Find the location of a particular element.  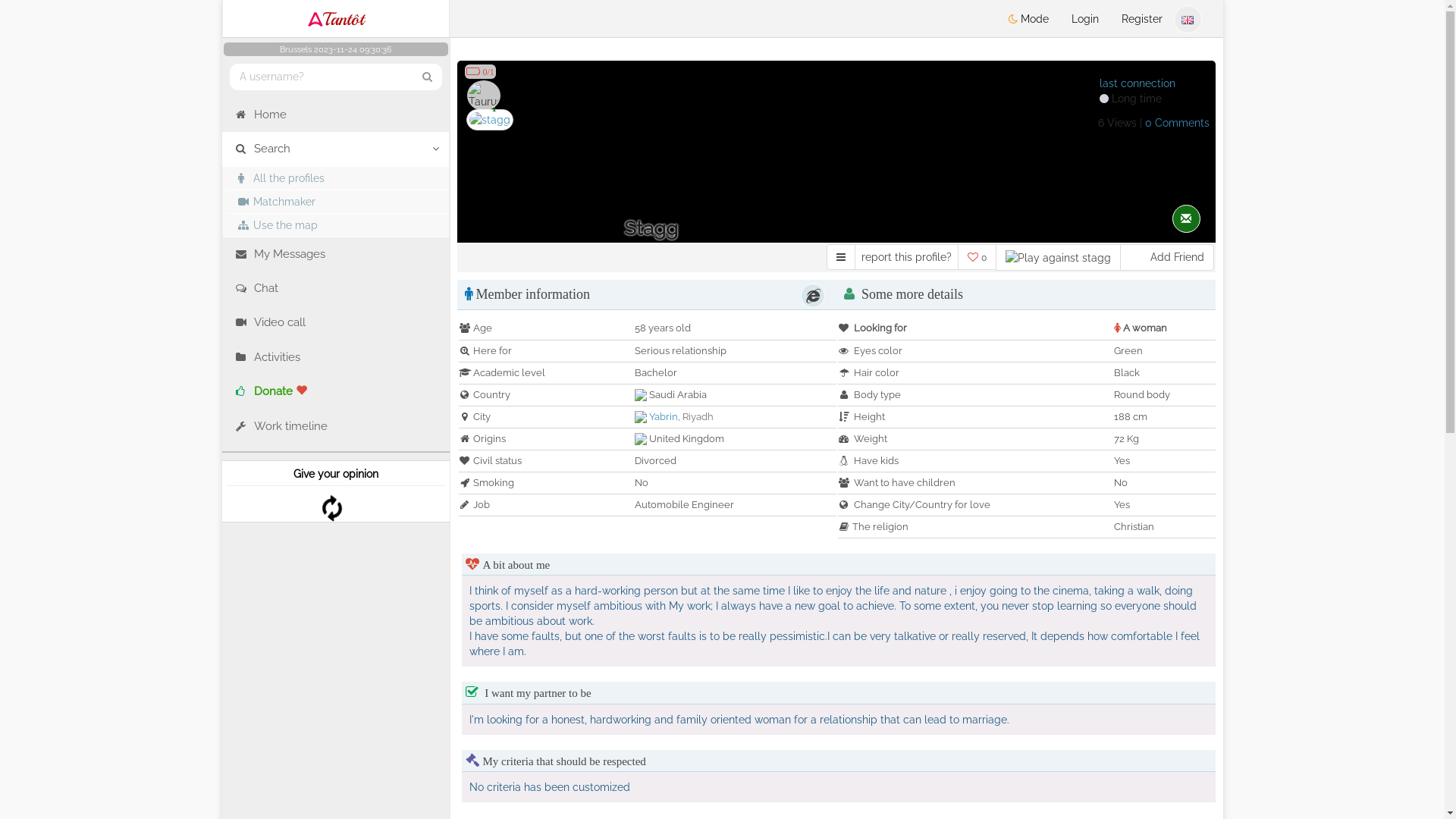

'Login' is located at coordinates (1059, 18).